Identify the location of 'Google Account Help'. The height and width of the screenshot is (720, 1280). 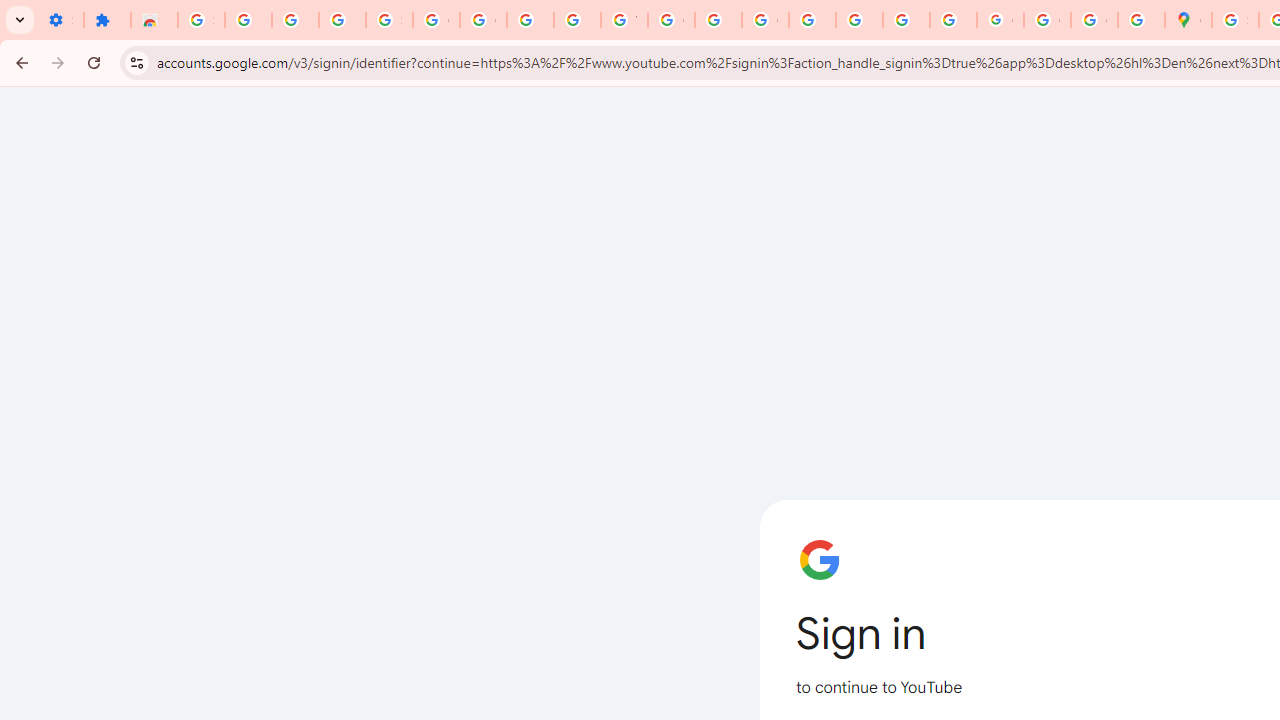
(483, 20).